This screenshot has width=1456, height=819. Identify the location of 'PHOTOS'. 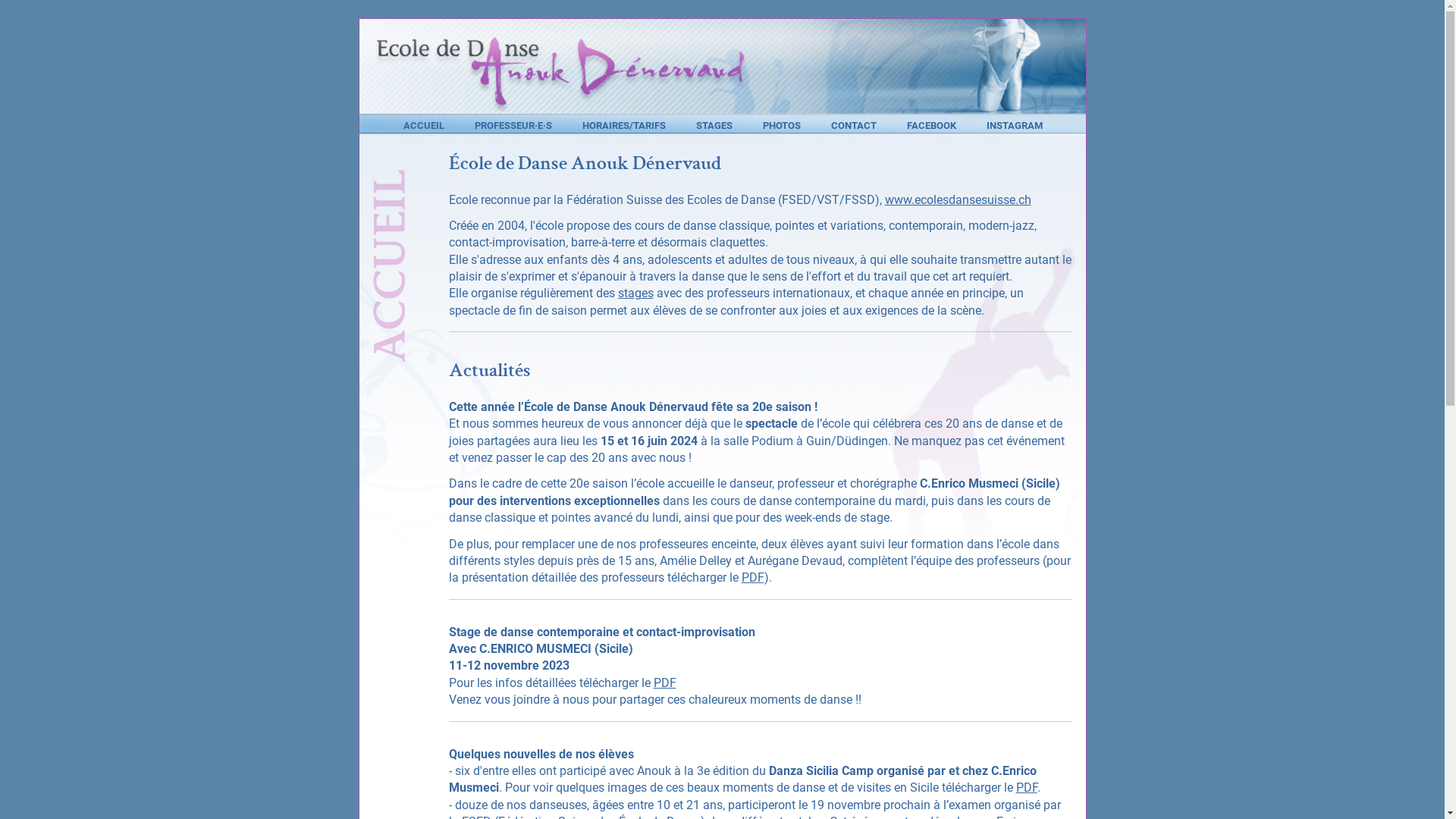
(782, 124).